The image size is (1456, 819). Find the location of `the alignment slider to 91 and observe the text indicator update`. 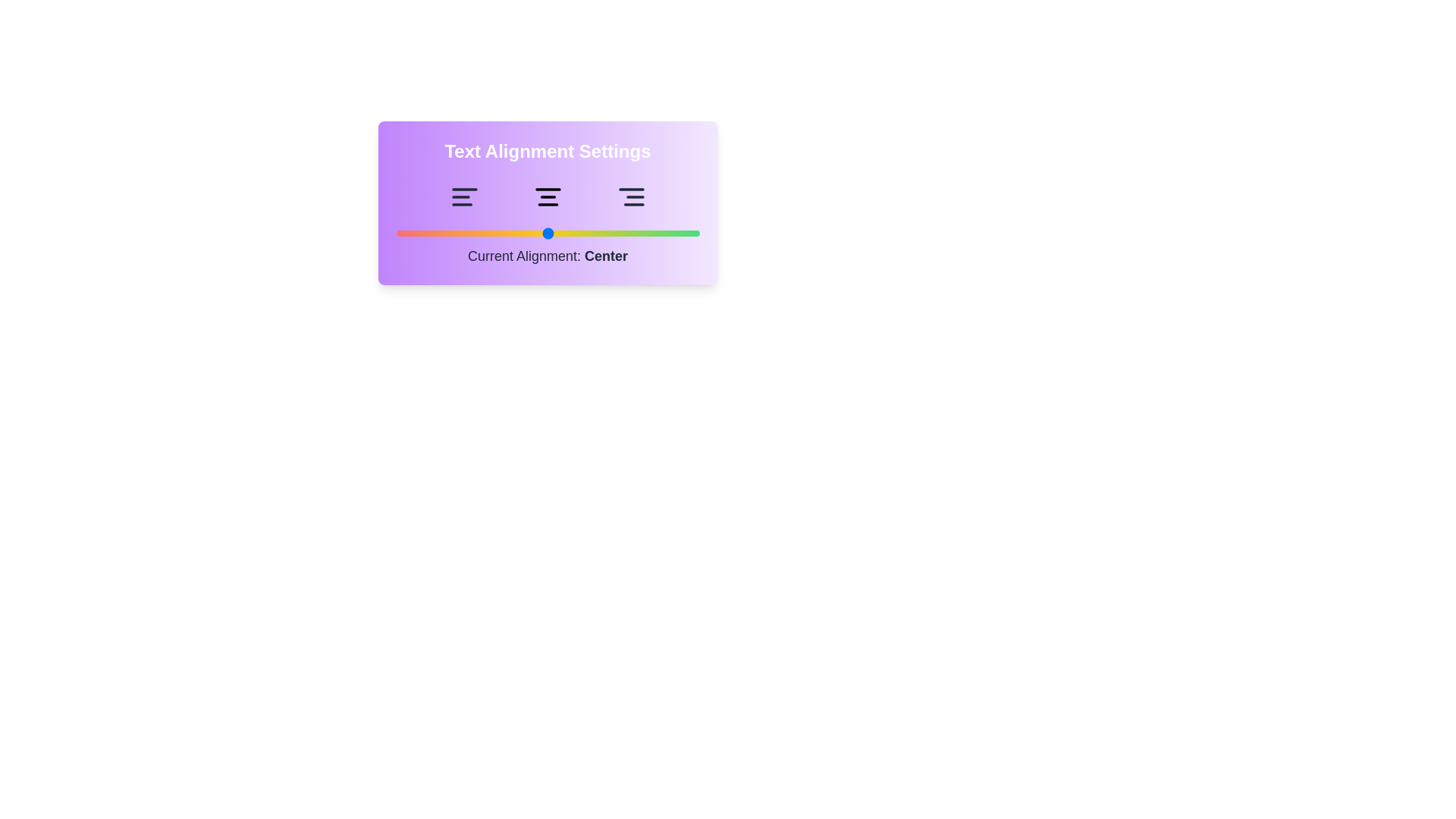

the alignment slider to 91 and observe the text indicator update is located at coordinates (671, 234).